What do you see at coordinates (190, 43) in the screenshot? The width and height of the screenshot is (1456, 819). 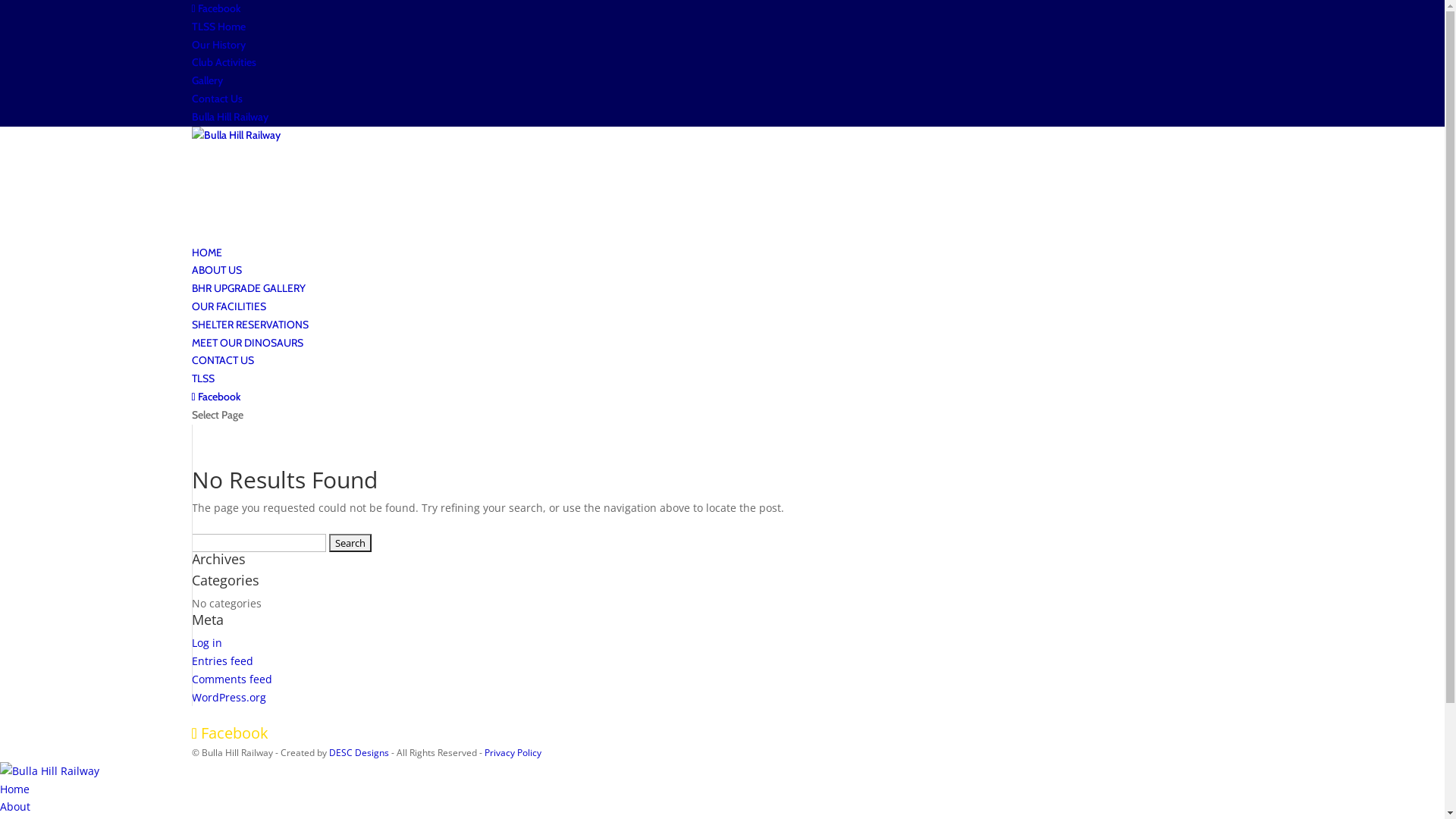 I see `'Our History'` at bounding box center [190, 43].